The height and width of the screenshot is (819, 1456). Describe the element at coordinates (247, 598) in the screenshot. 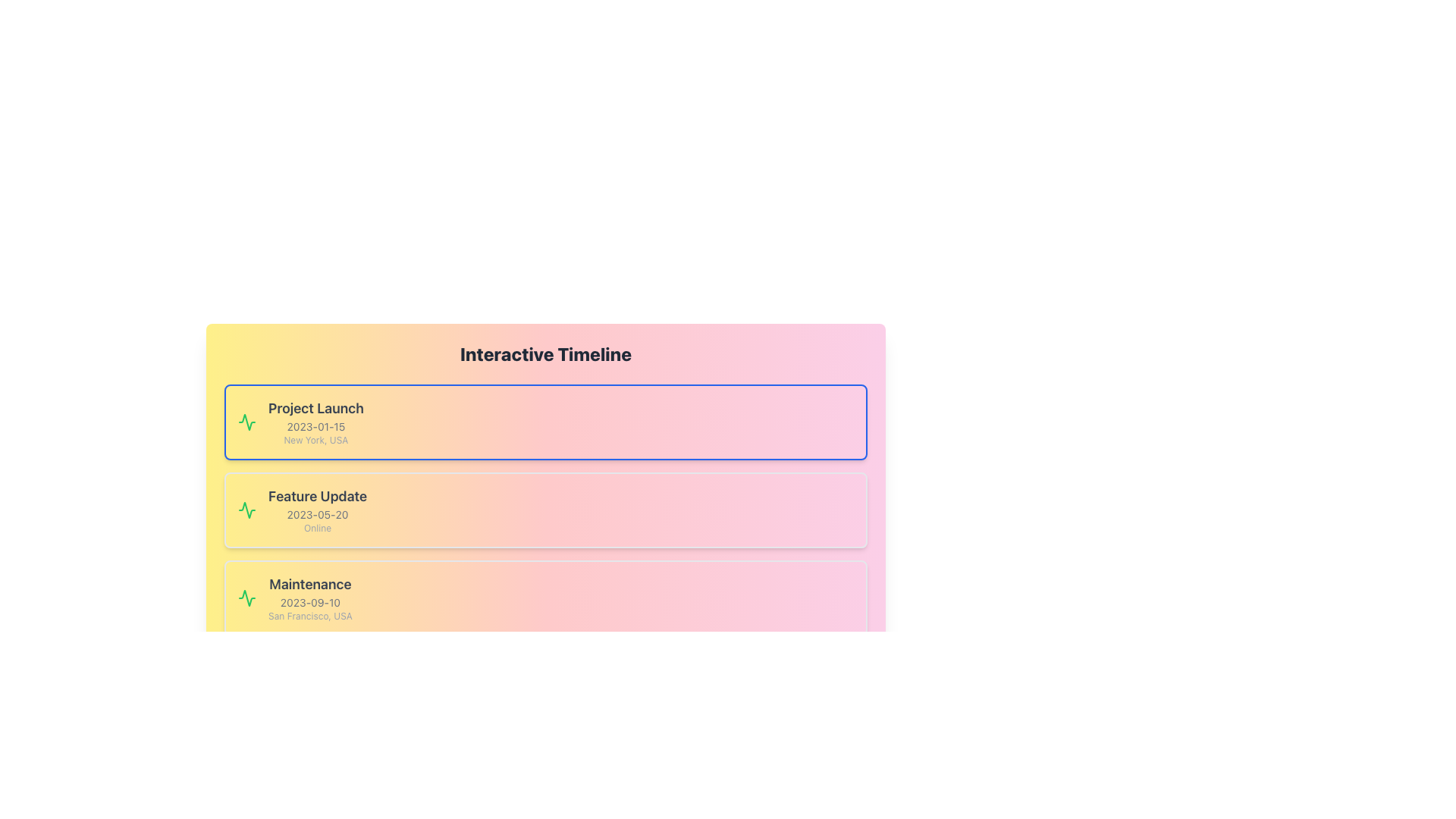

I see `the green waveform icon representing activity, located on the left side of the 'Maintenance' card in the timeline events list` at that location.